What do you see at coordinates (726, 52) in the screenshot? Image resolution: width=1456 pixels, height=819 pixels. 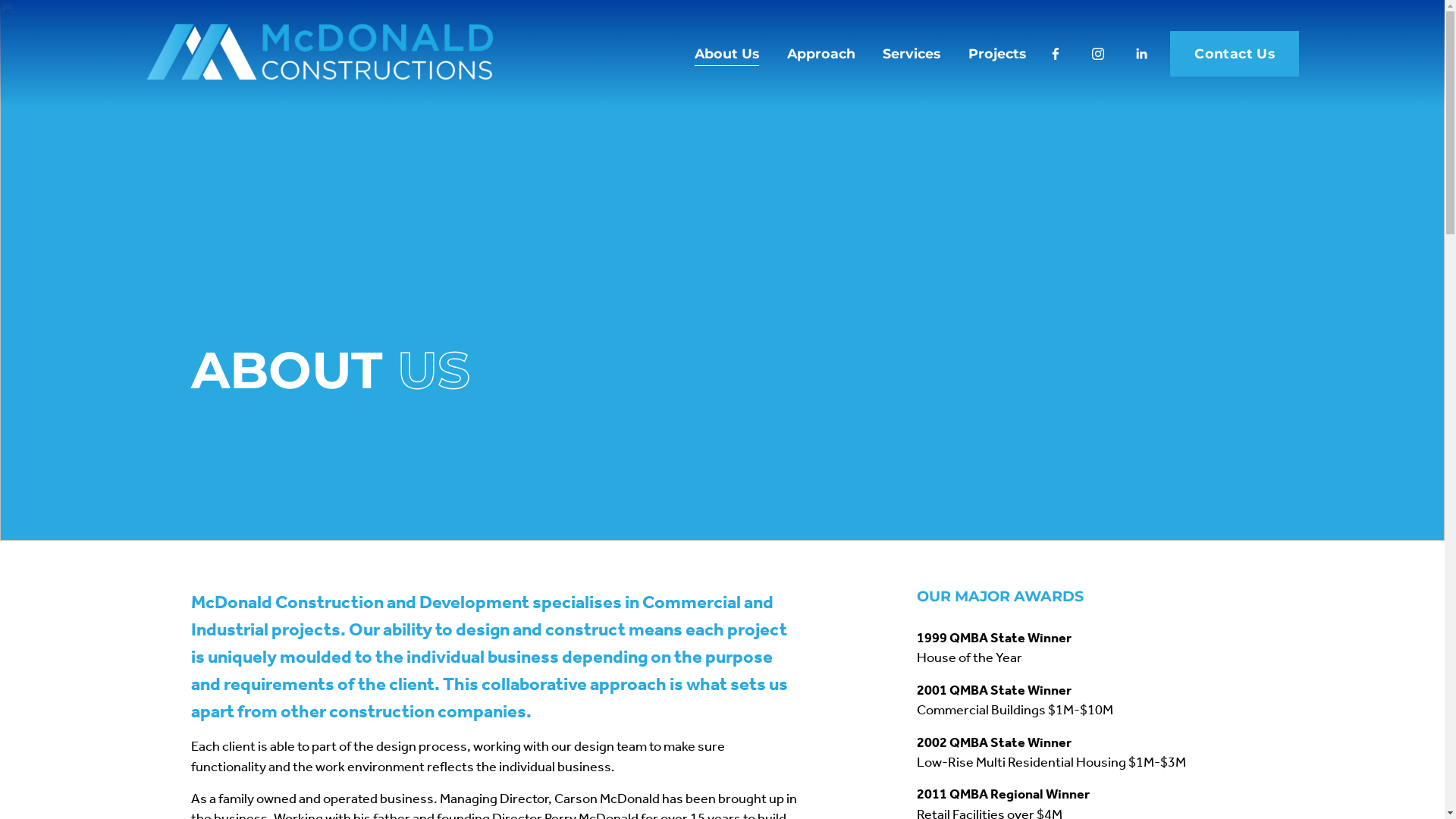 I see `'About Us'` at bounding box center [726, 52].